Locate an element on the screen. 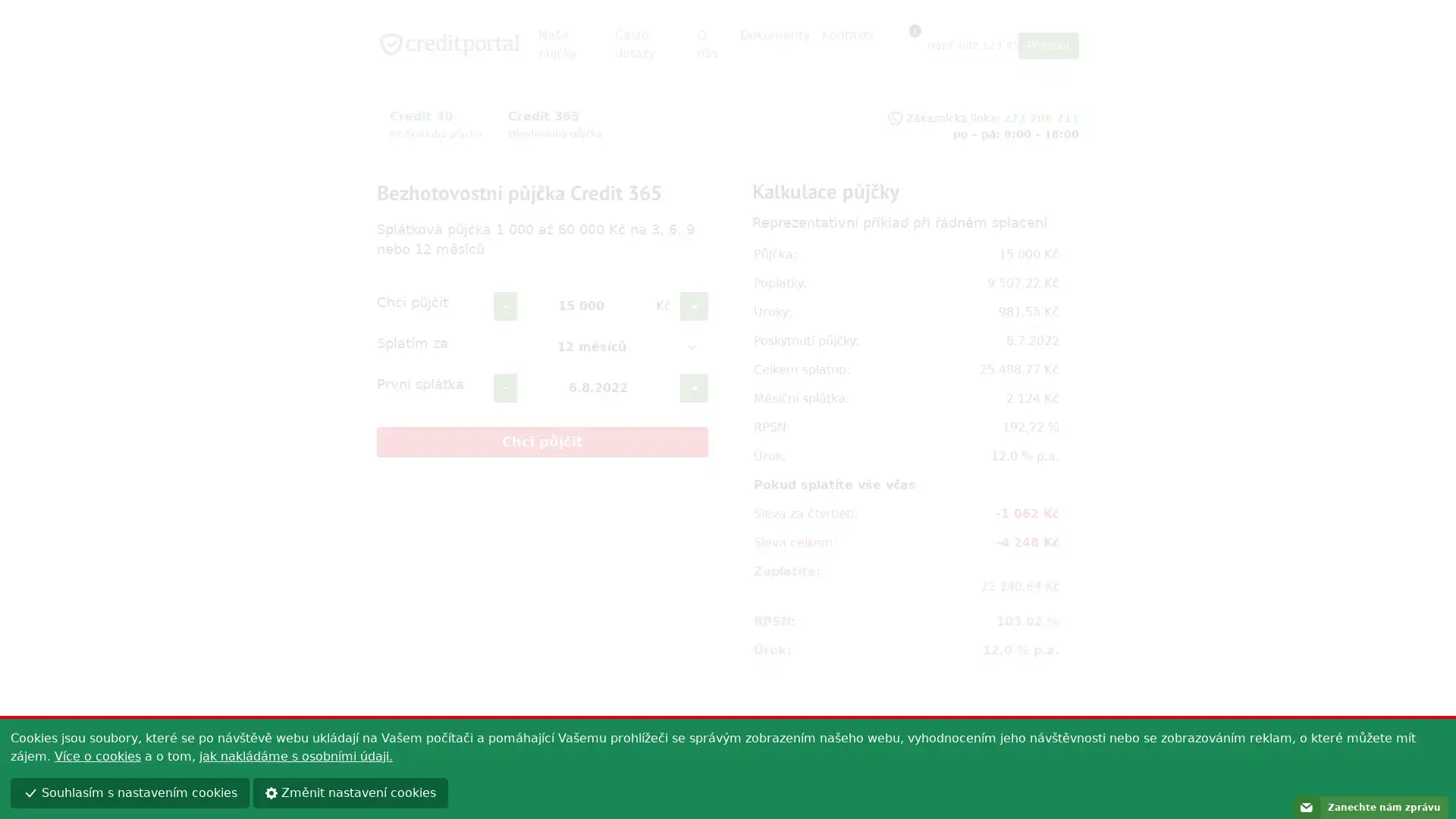  - is located at coordinates (504, 305).